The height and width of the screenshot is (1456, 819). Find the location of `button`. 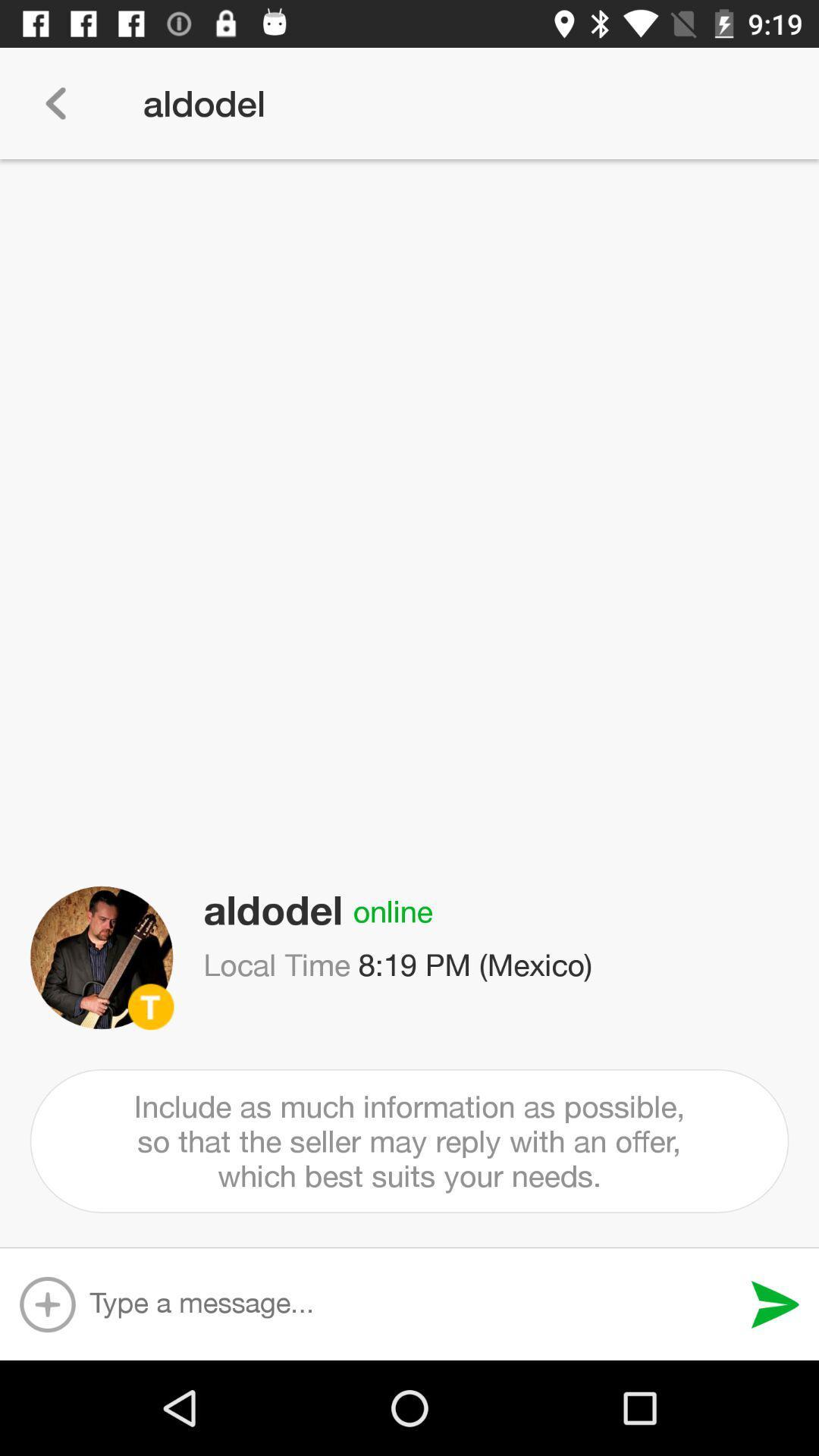

button is located at coordinates (46, 1304).